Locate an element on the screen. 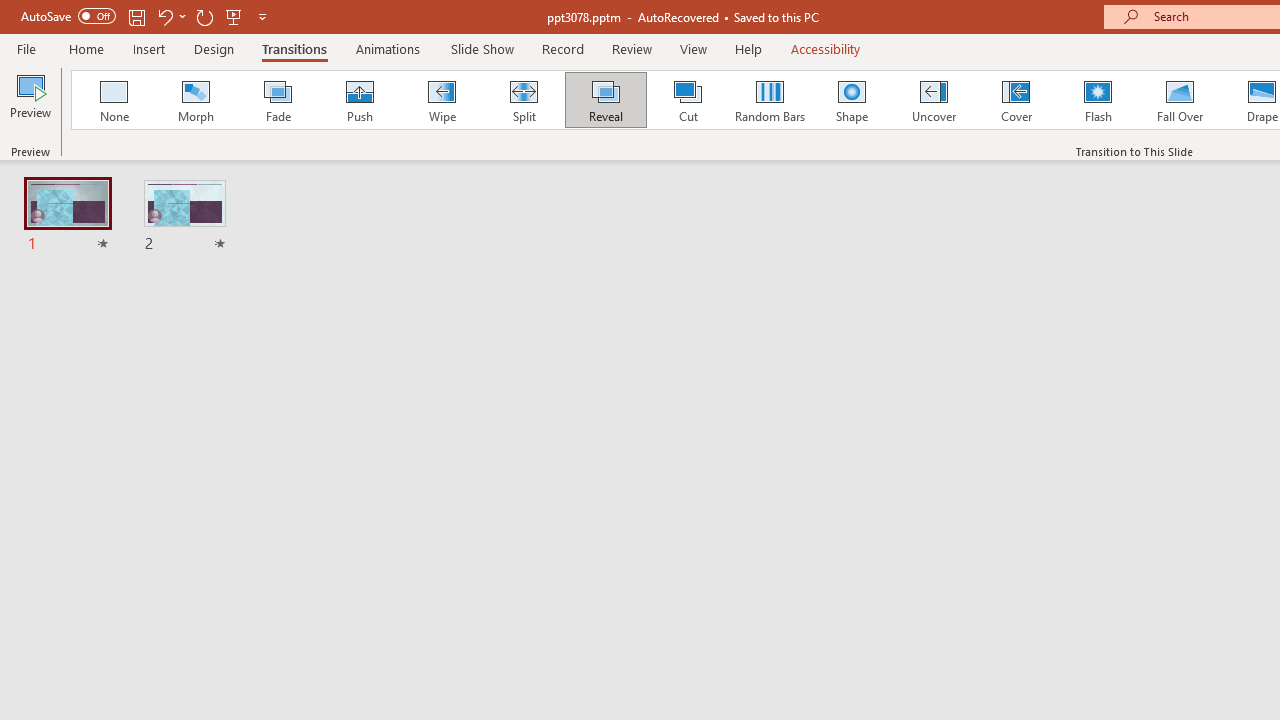 This screenshot has width=1280, height=720. 'Fall Over' is located at coordinates (1180, 100).